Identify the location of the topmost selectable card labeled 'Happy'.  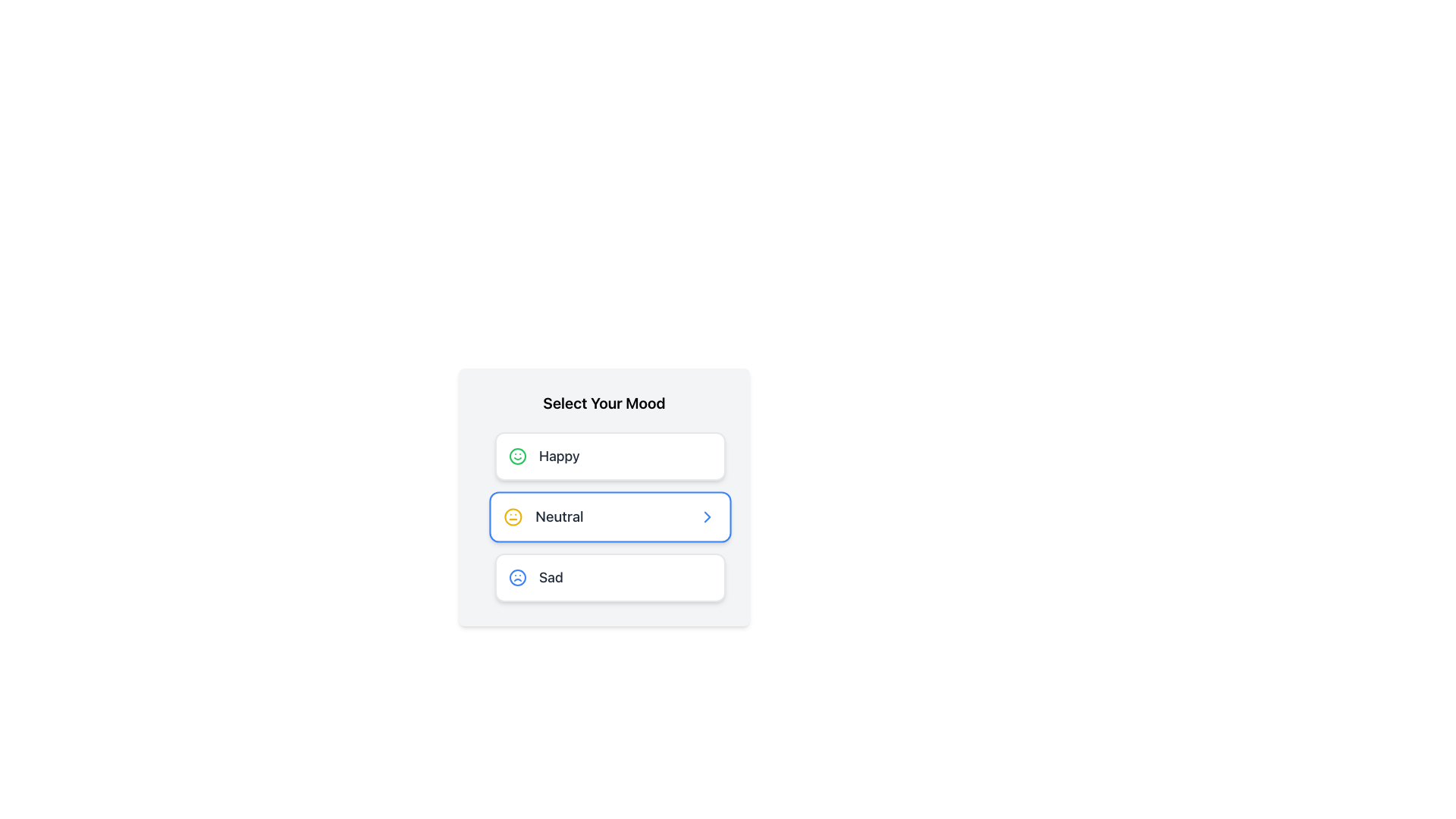
(603, 455).